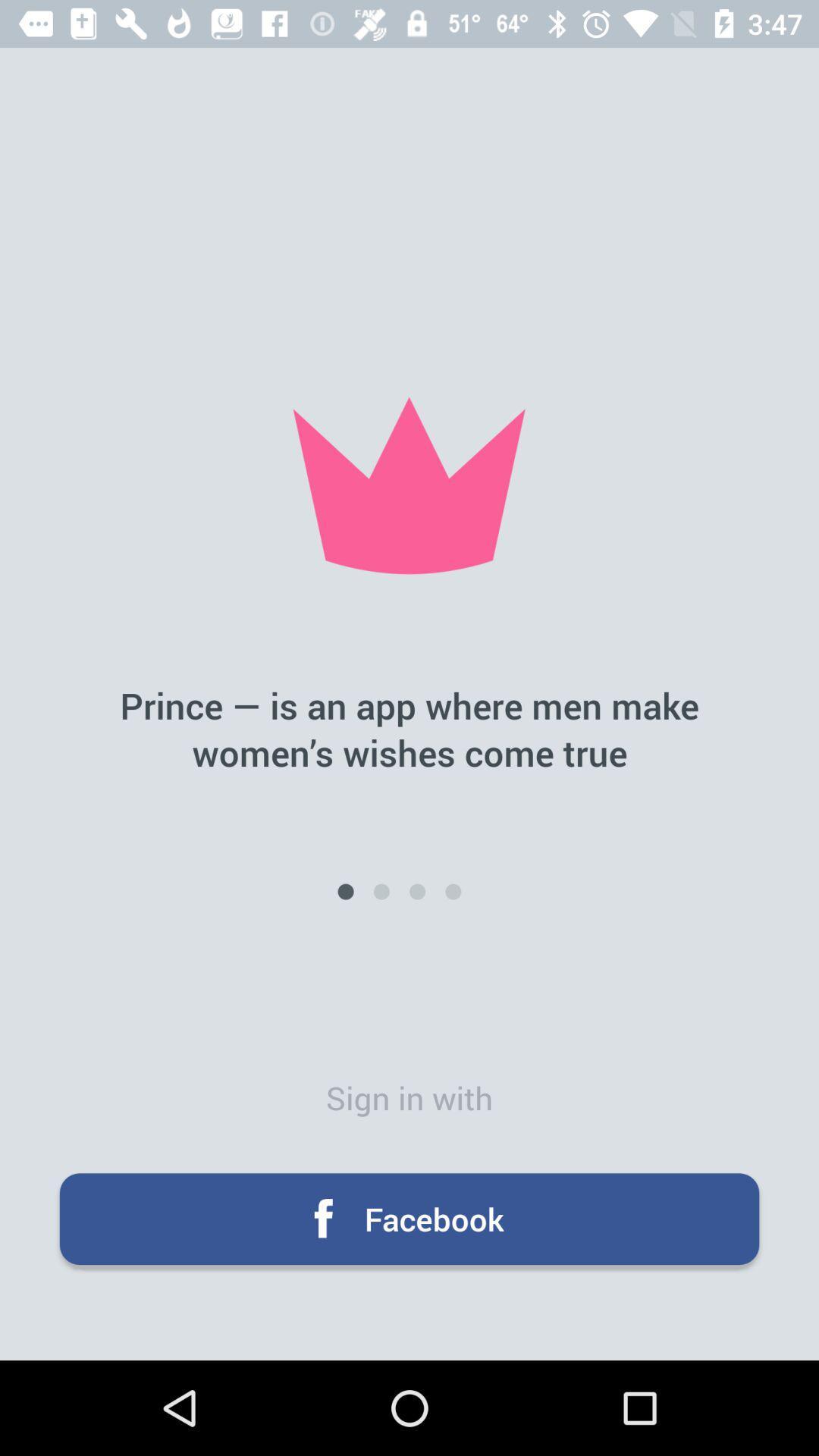 Image resolution: width=819 pixels, height=1456 pixels. I want to click on icon below prince is an, so click(417, 892).